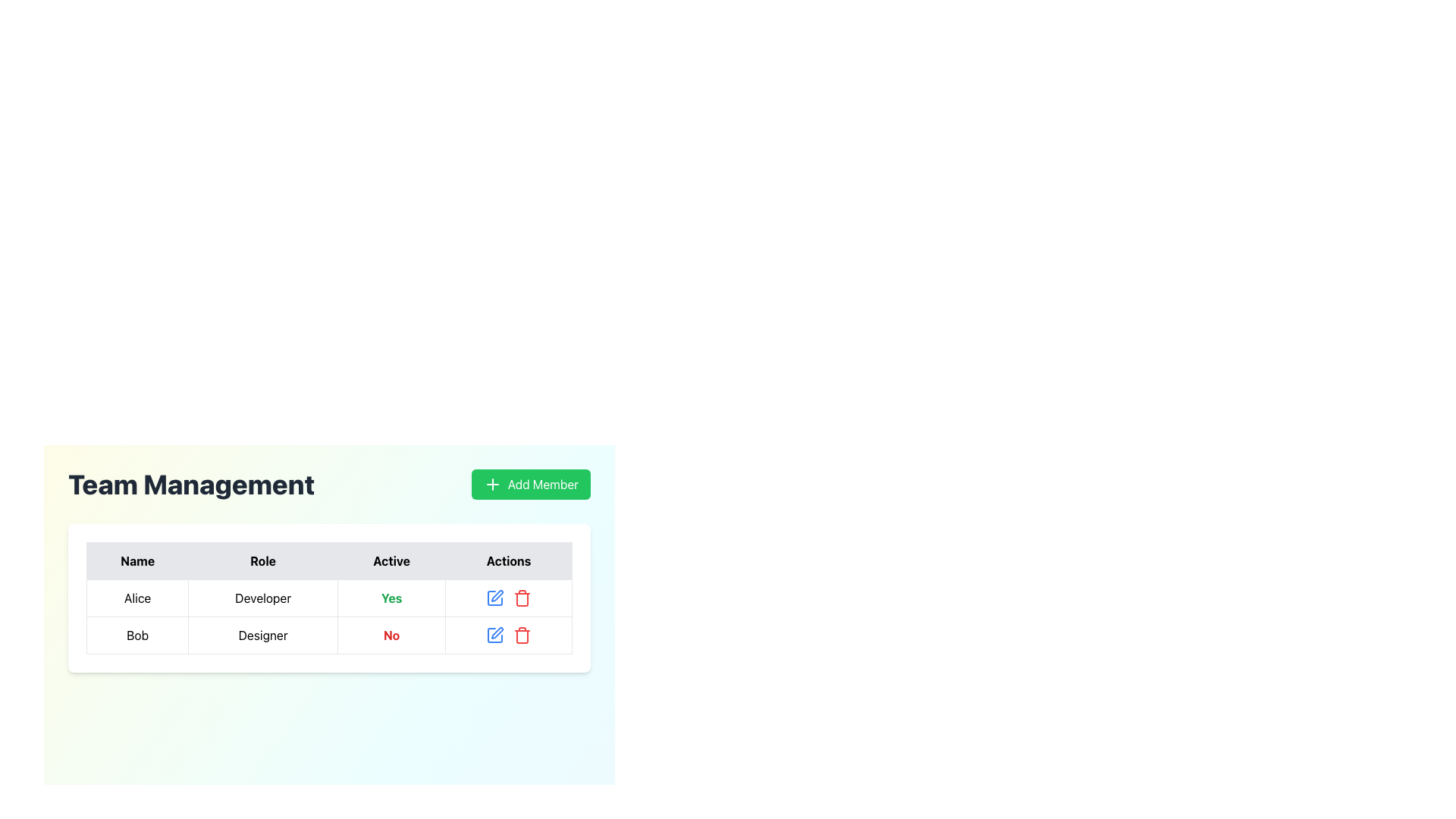  I want to click on the Label displaying 'Alice' in bold black font located in the first row and first column of the 'Team Management' table, so click(137, 598).